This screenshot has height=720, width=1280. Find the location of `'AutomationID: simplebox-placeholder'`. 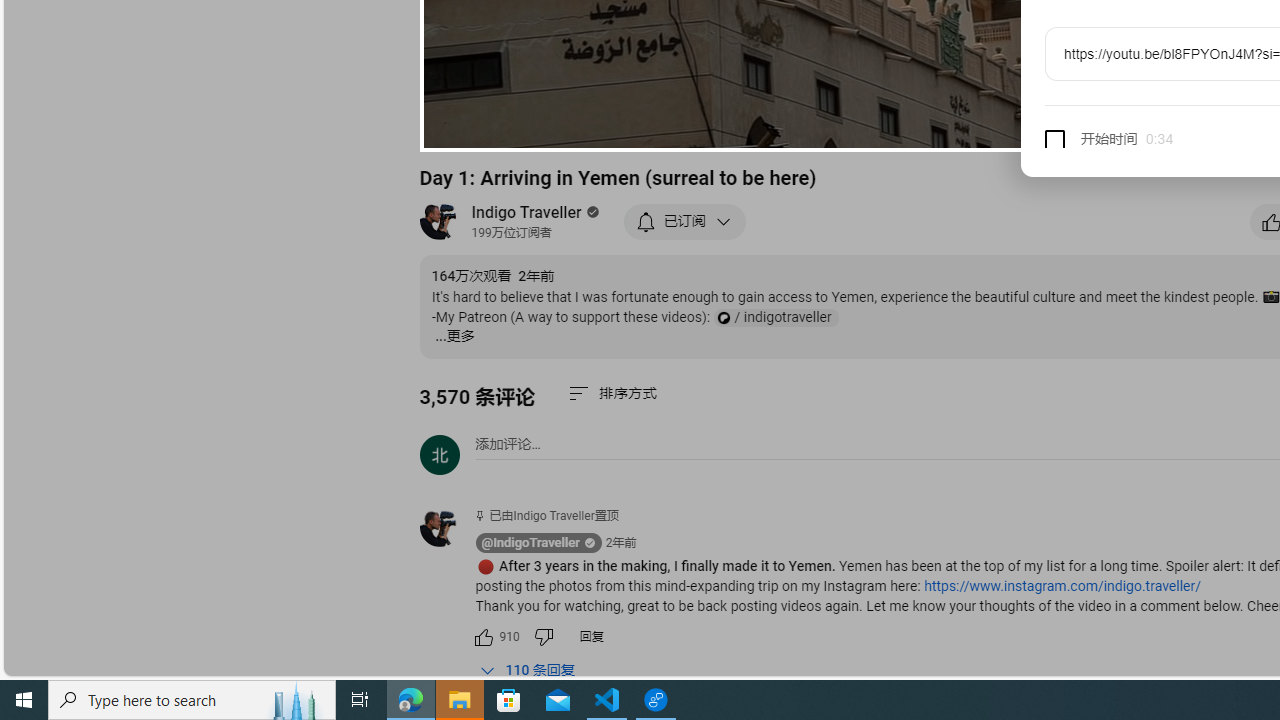

'AutomationID: simplebox-placeholder' is located at coordinates (508, 443).